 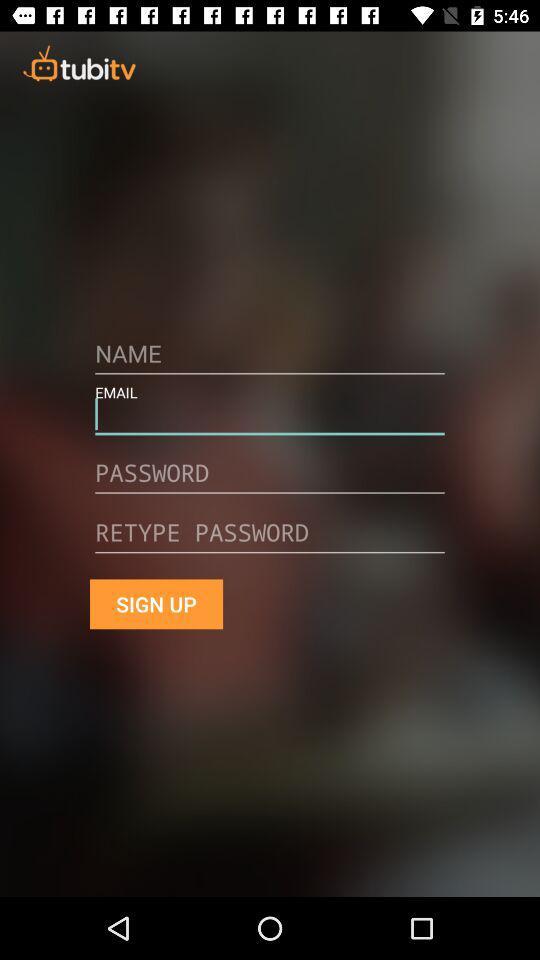 I want to click on retype password, so click(x=270, y=539).